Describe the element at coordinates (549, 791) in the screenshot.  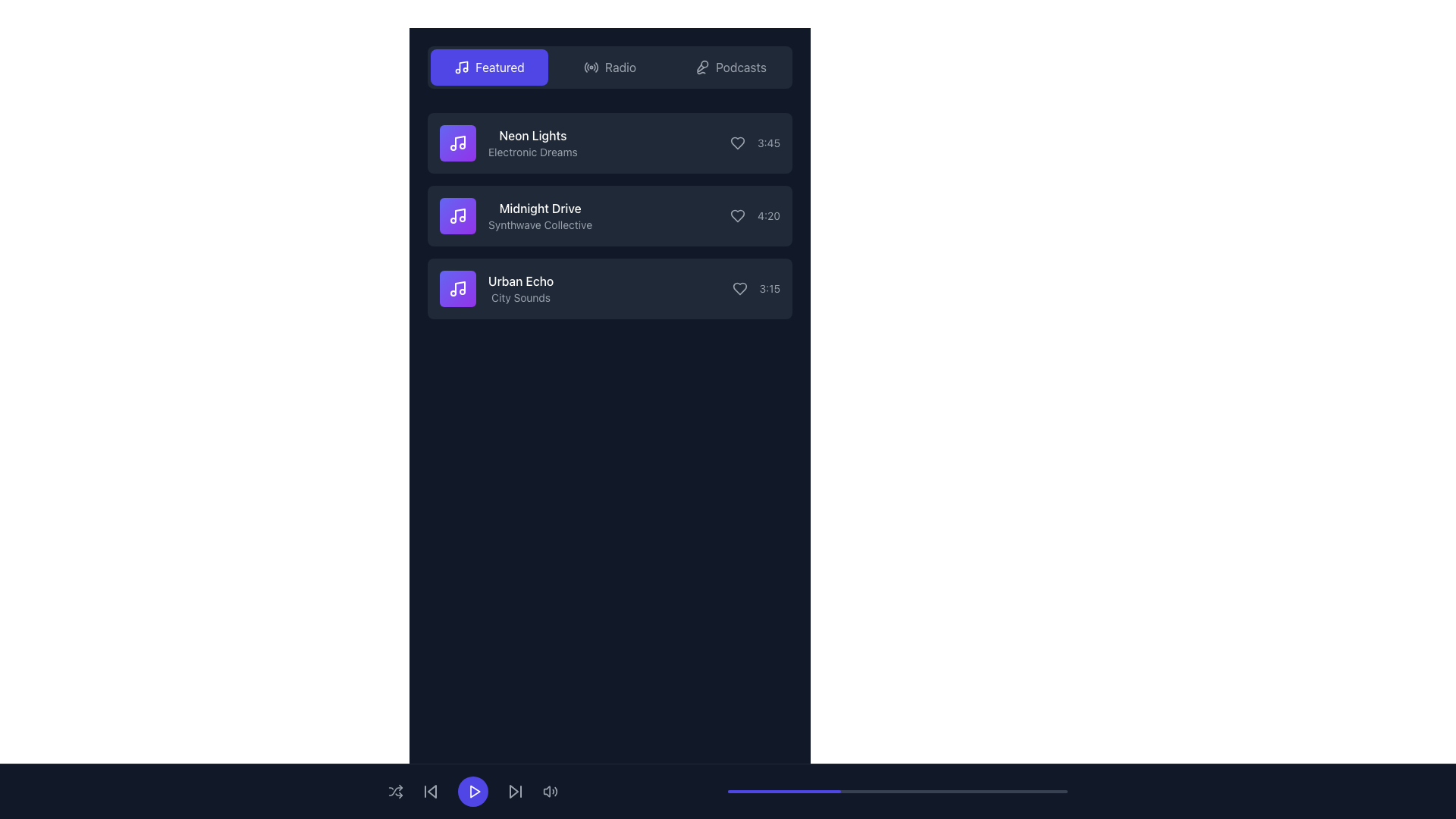
I see `the volume control button located at the bottom-right corner of the interface to change its styling` at that location.